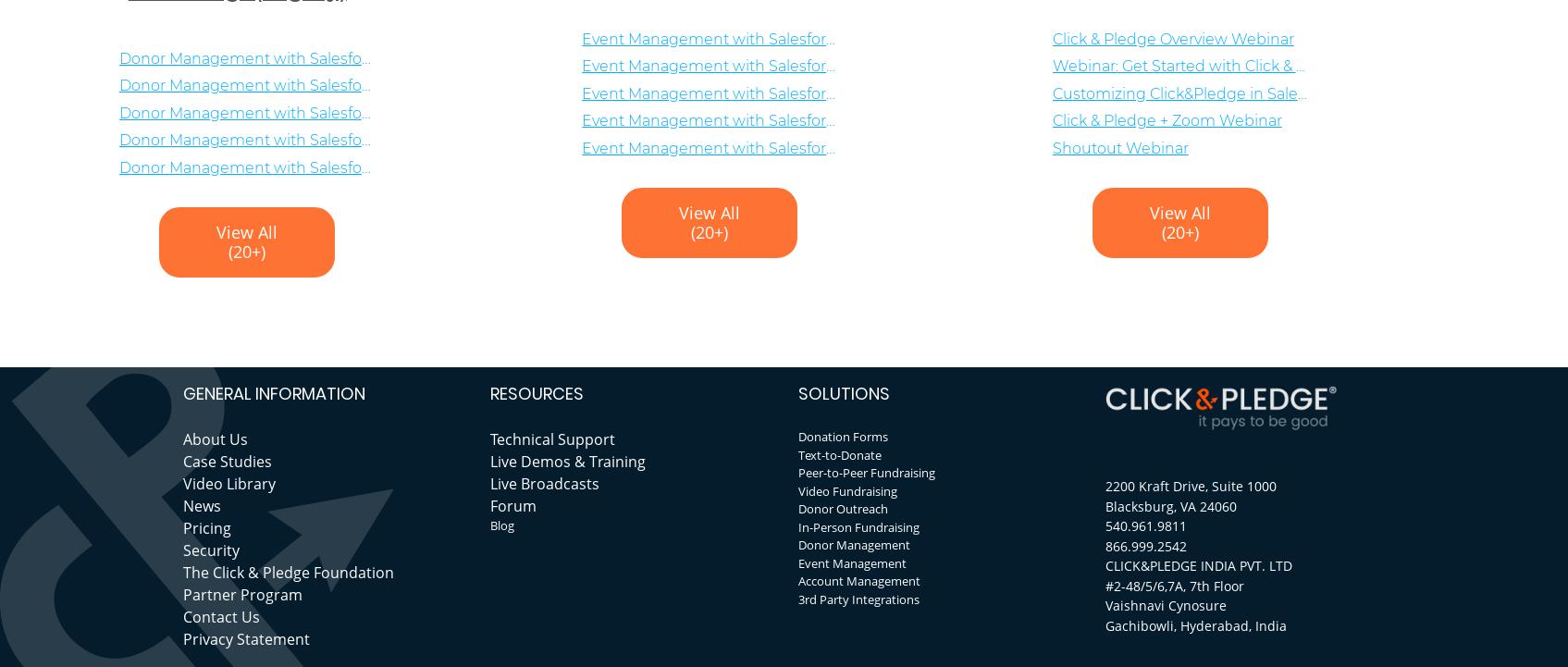 The width and height of the screenshot is (1568, 667). Describe the element at coordinates (764, 92) in the screenshot. I see `'Event Management with Salesforce: Registrations'` at that location.